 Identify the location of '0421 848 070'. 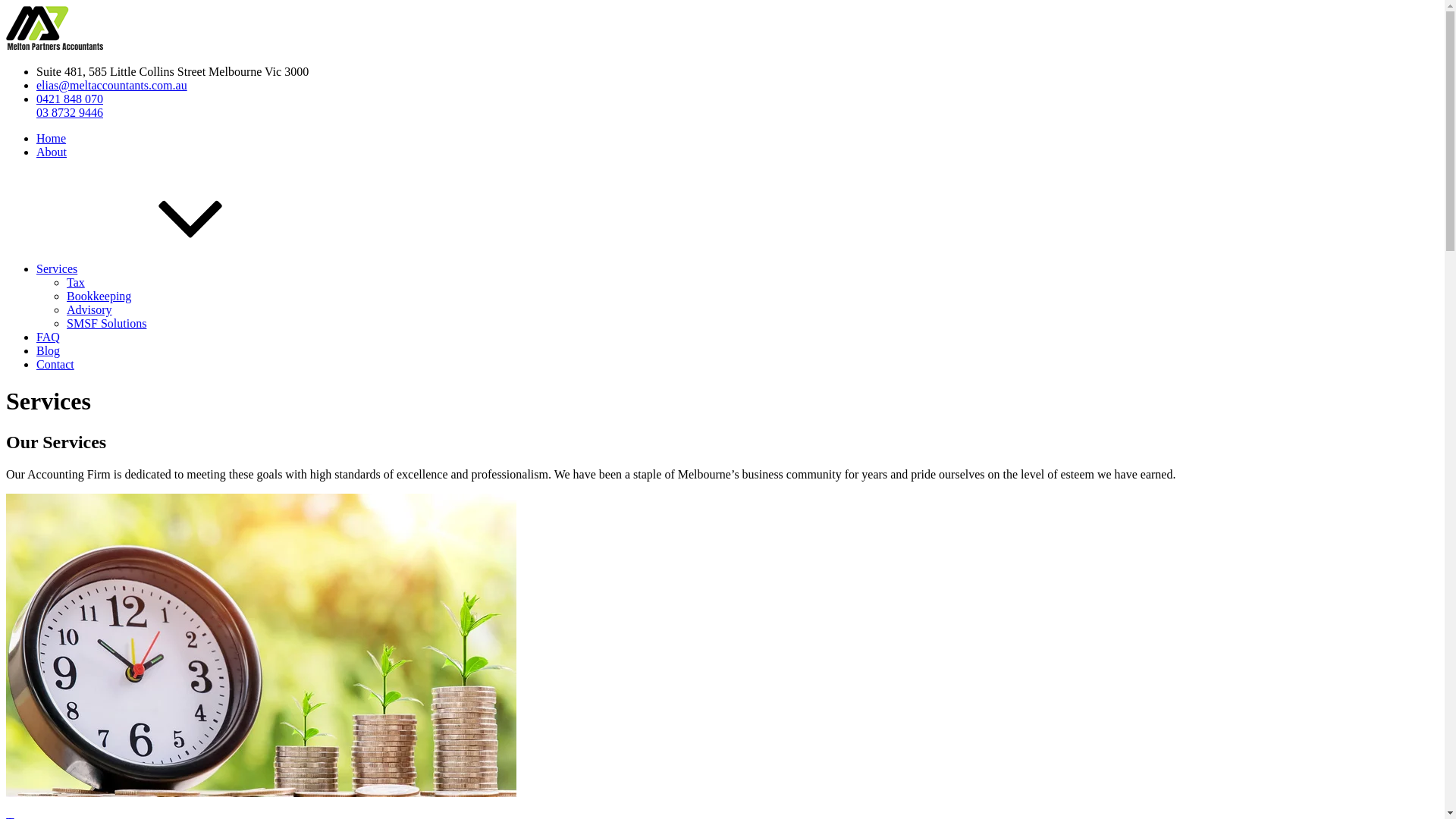
(68, 99).